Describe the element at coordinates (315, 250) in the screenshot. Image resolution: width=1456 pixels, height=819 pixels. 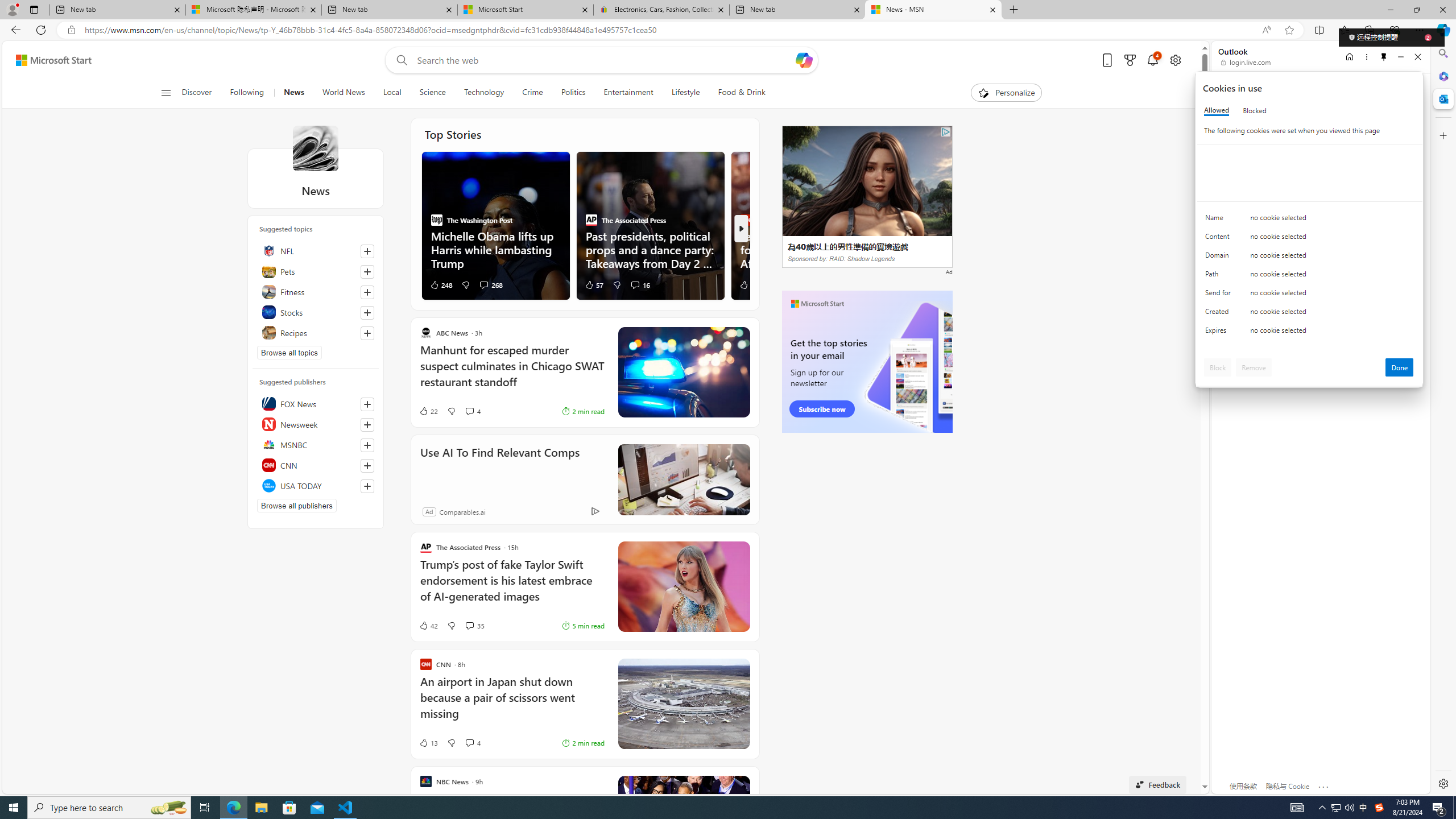
I see `'NFL'` at that location.